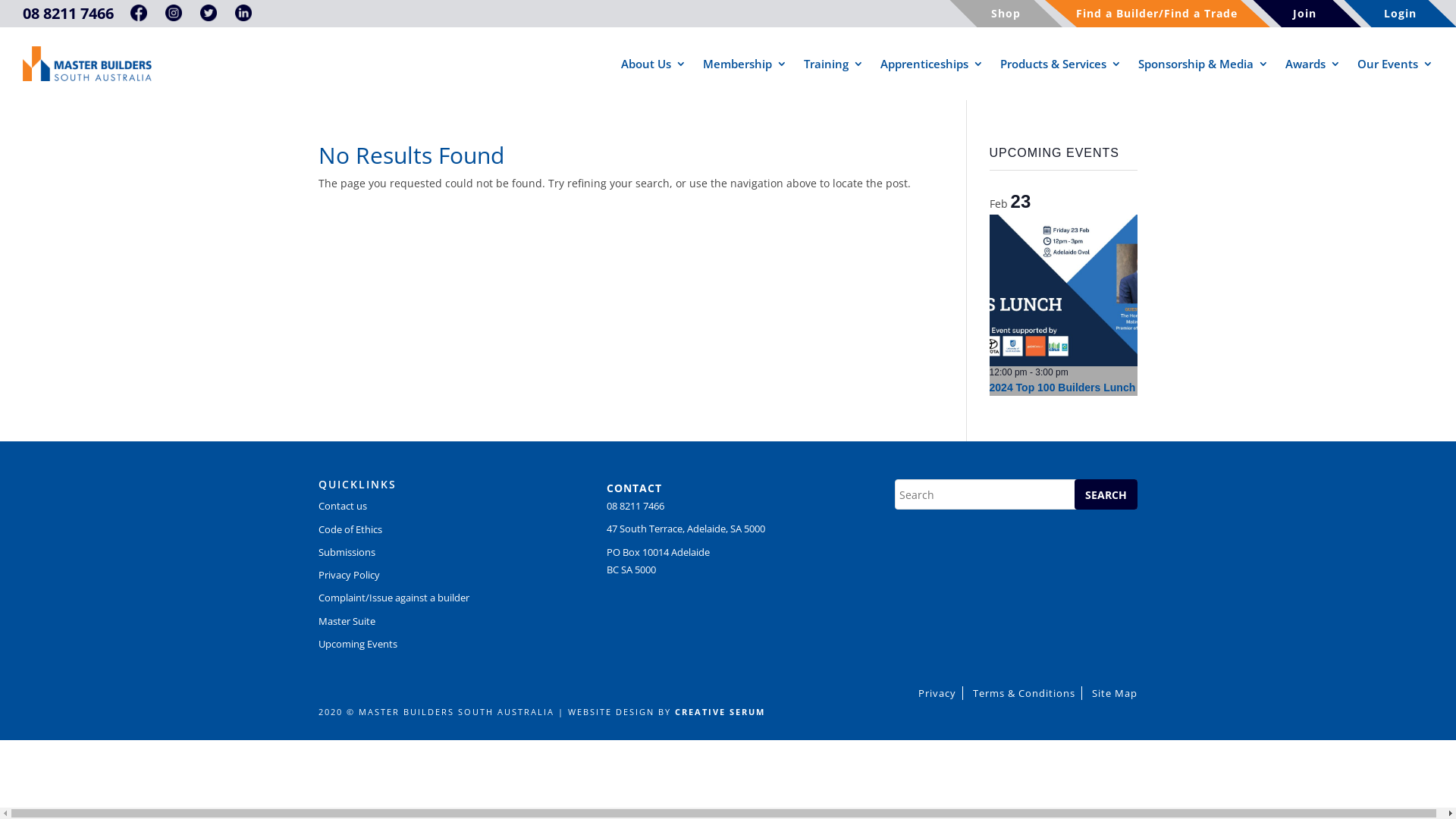 Image resolution: width=1456 pixels, height=819 pixels. I want to click on '2024 Top 100 Builders Lunch', so click(990, 387).